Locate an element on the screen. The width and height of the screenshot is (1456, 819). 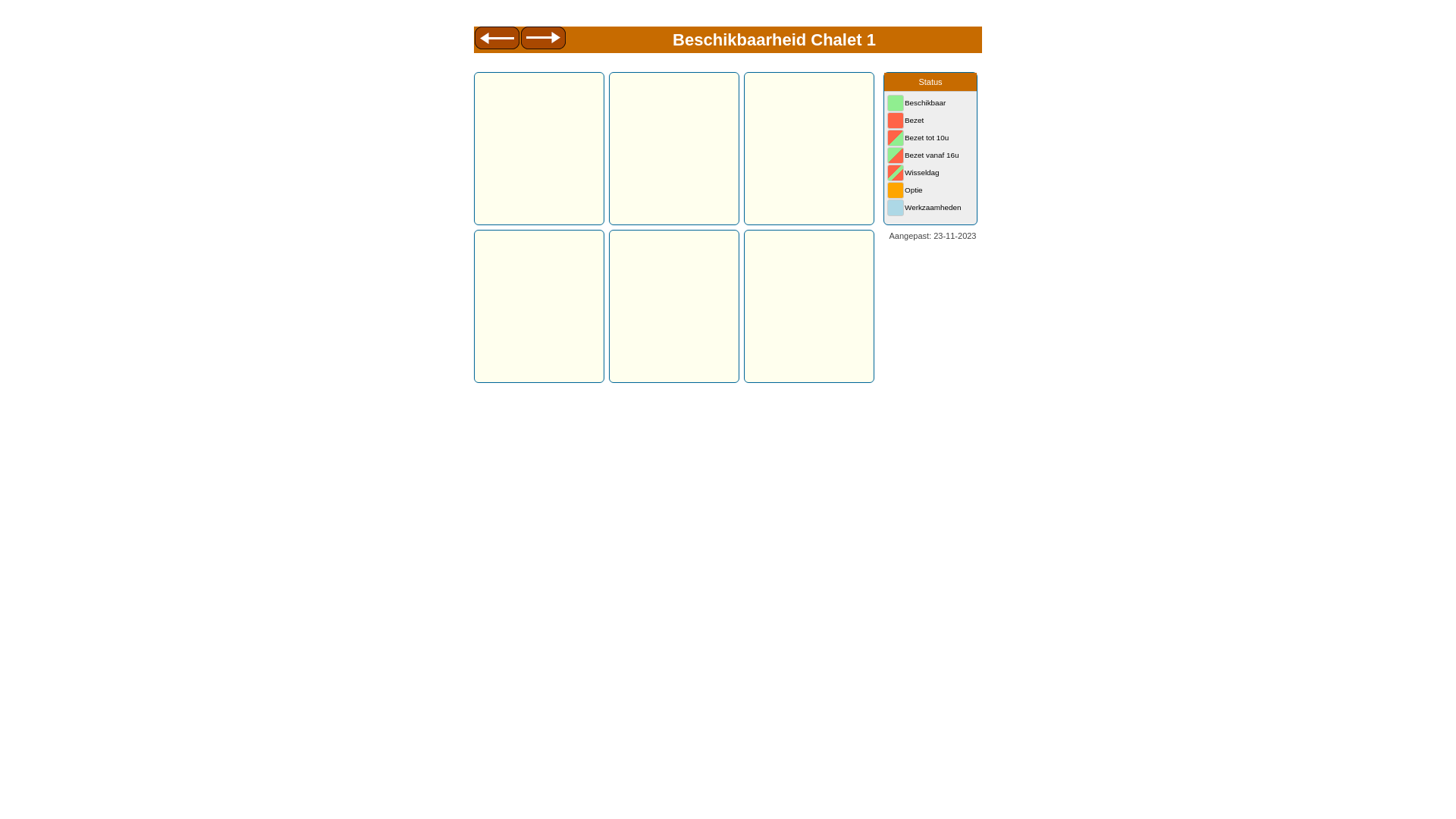
'Vorige maanden' is located at coordinates (496, 39).